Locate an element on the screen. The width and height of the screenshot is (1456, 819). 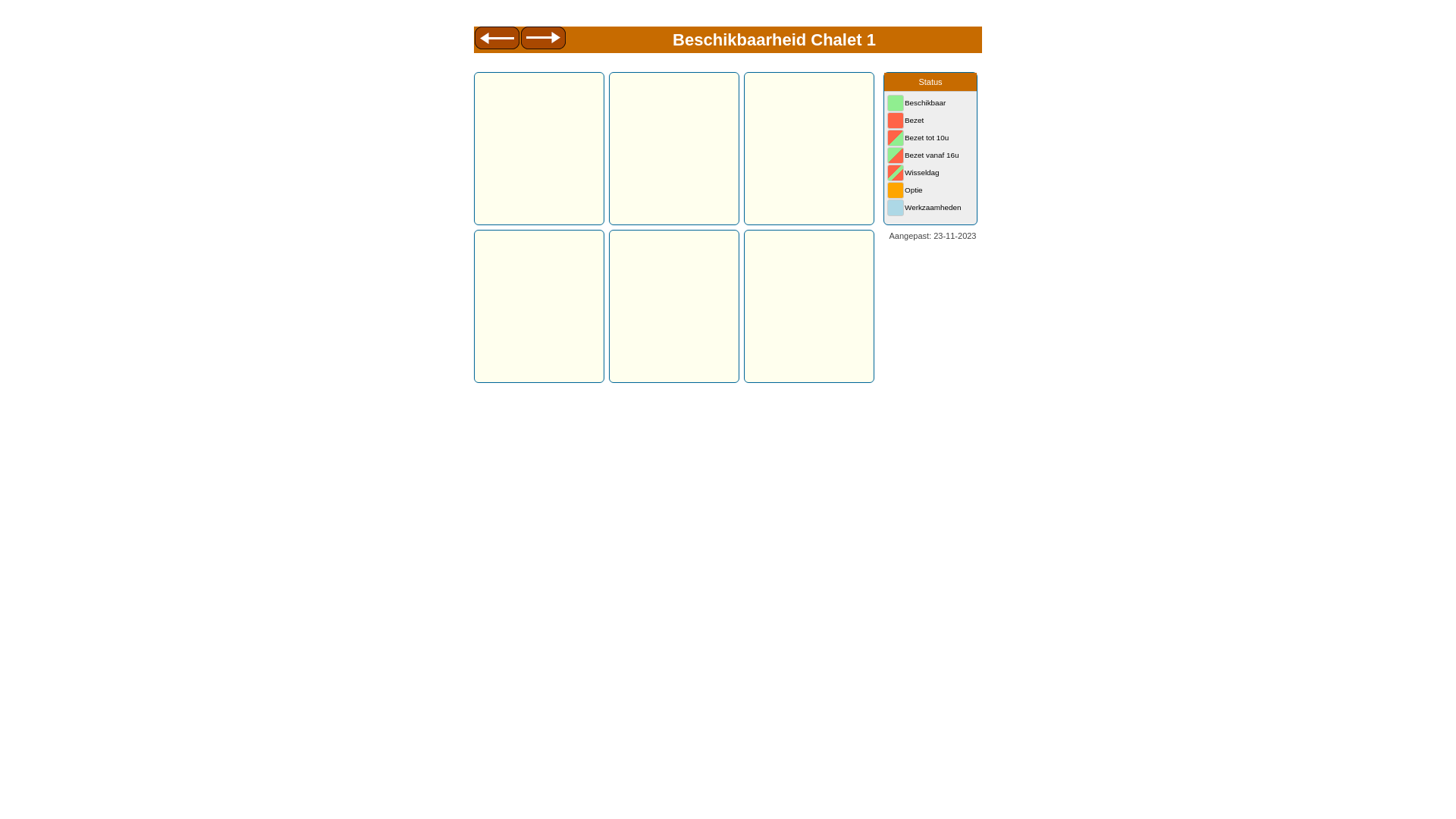
'Vorige maanden' is located at coordinates (496, 39).